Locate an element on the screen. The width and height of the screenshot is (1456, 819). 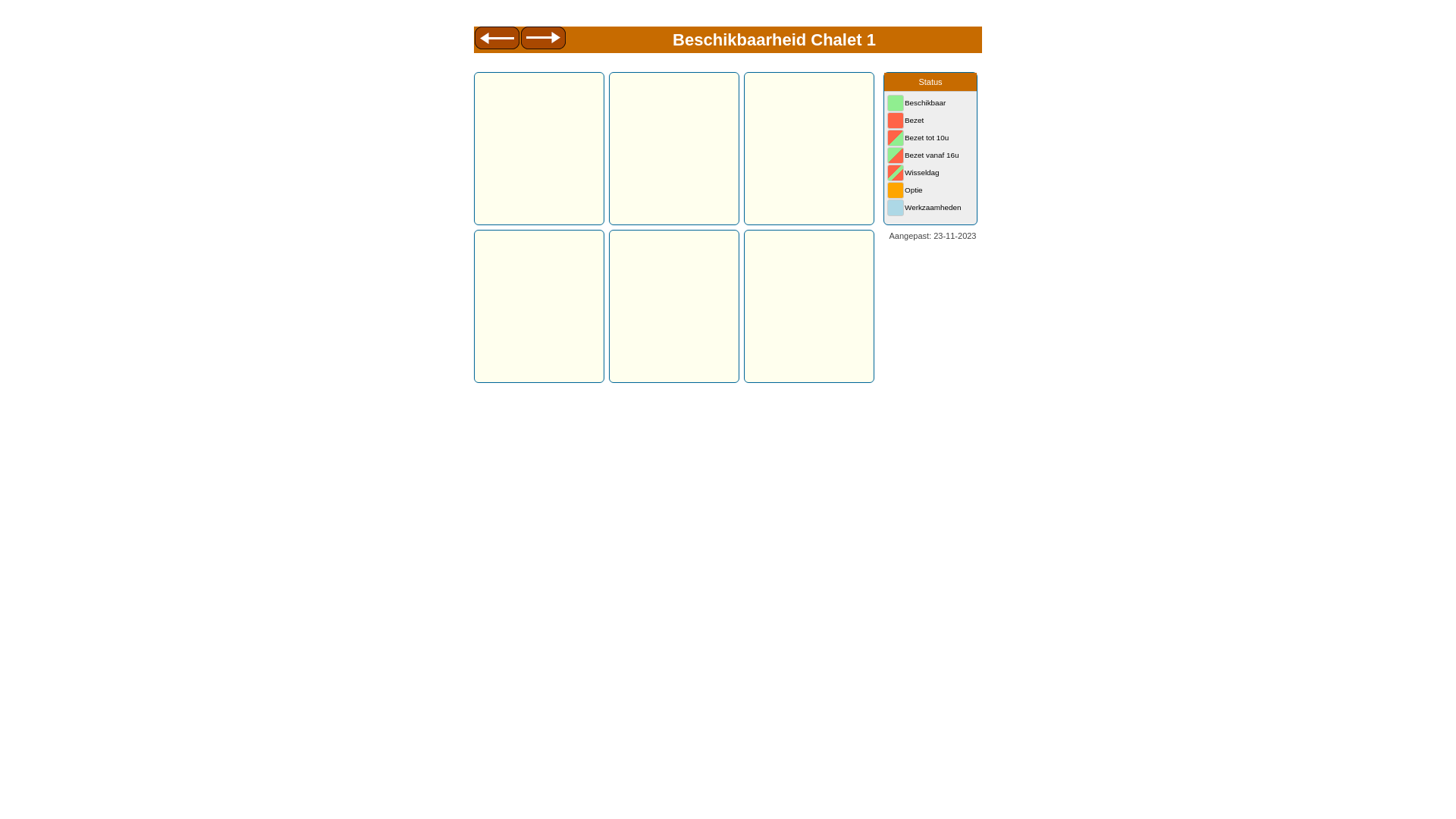
'Vorige maanden' is located at coordinates (496, 39).